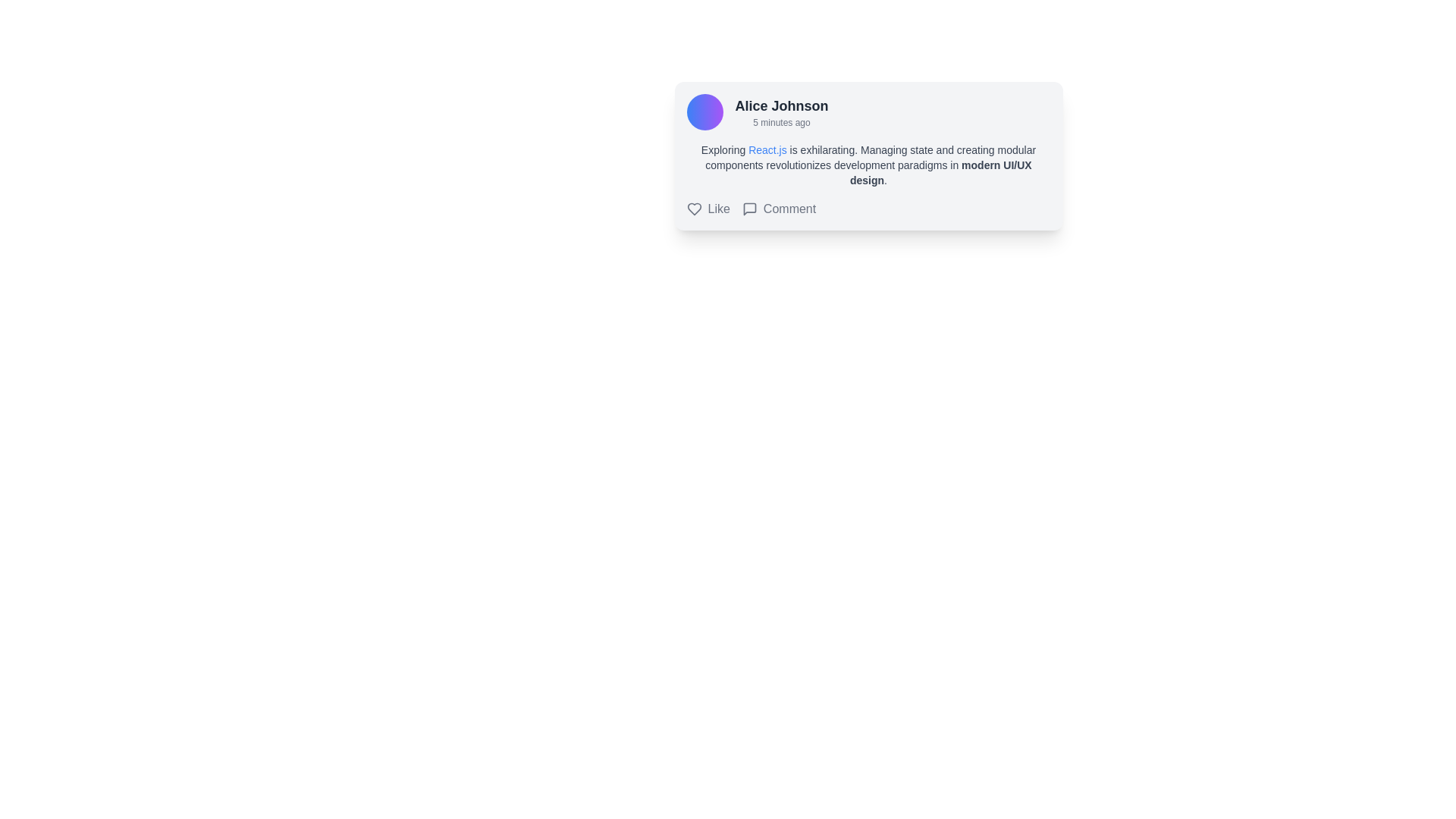 The image size is (1456, 819). Describe the element at coordinates (749, 209) in the screenshot. I see `the comment bubble icon located in the Comment section of the content card, which is adjacent to the 'Comment' text label` at that location.